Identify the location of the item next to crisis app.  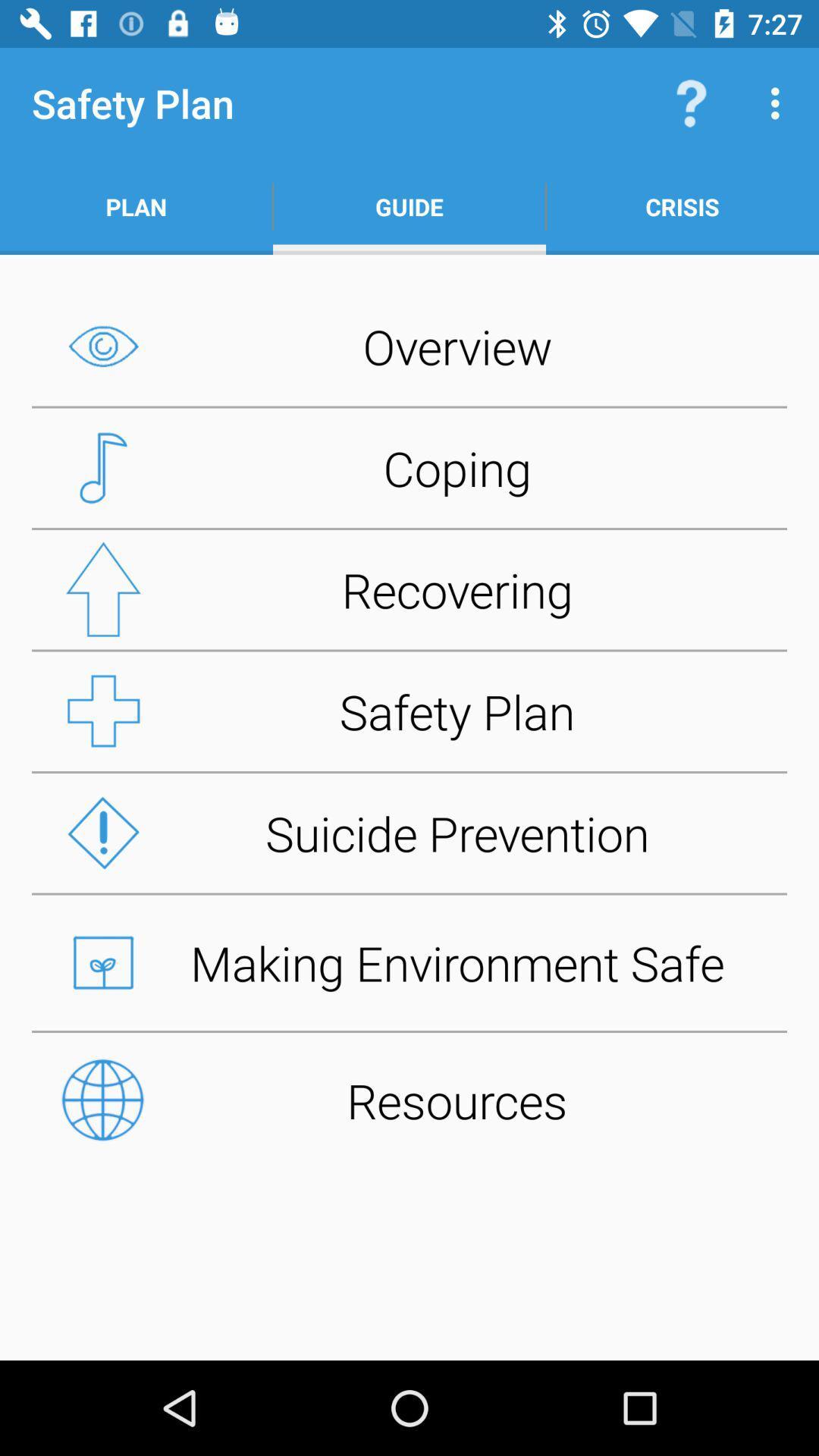
(409, 206).